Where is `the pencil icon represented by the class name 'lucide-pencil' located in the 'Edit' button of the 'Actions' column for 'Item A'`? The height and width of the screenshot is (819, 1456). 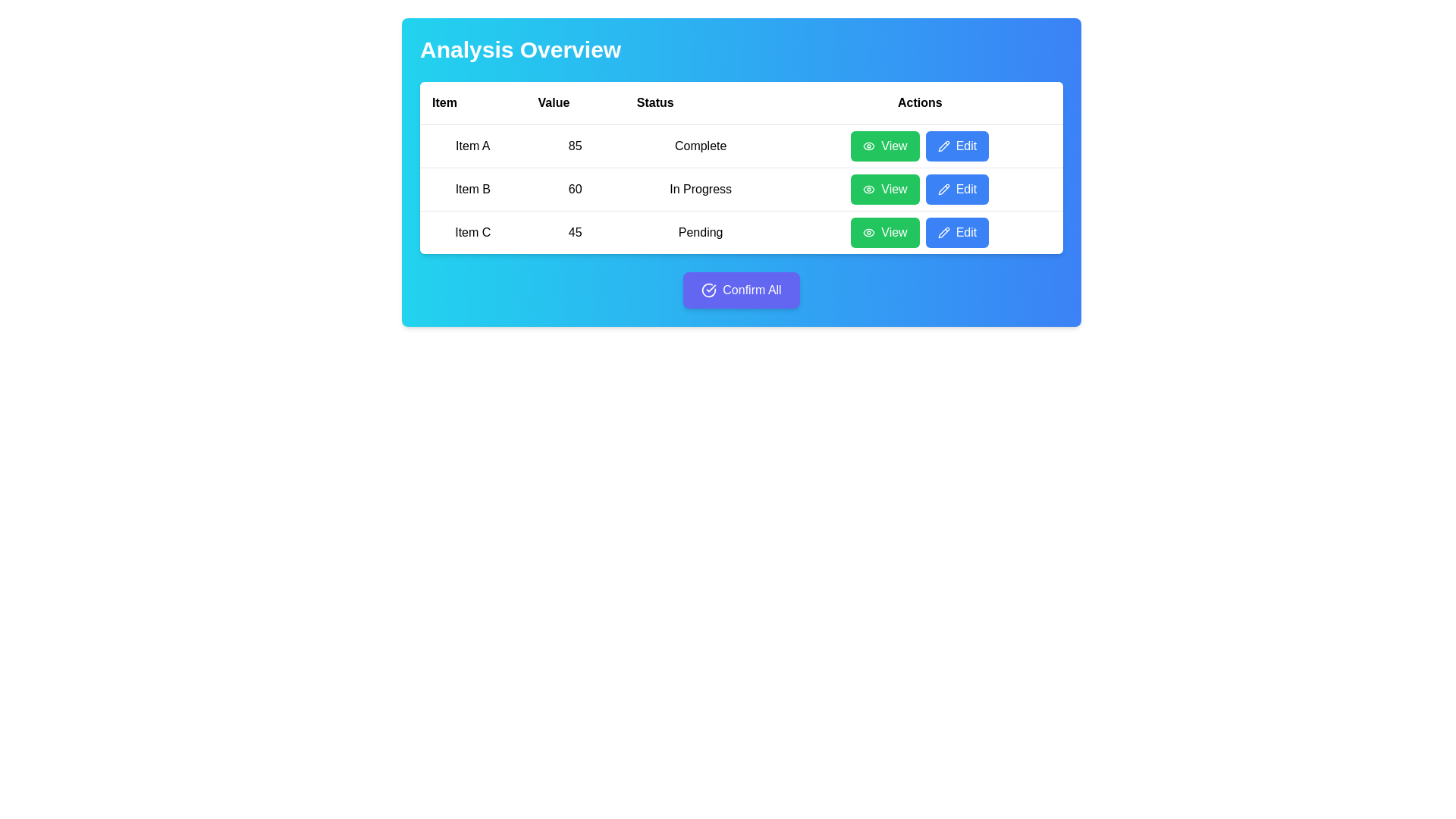 the pencil icon represented by the class name 'lucide-pencil' located in the 'Edit' button of the 'Actions' column for 'Item A' is located at coordinates (943, 146).